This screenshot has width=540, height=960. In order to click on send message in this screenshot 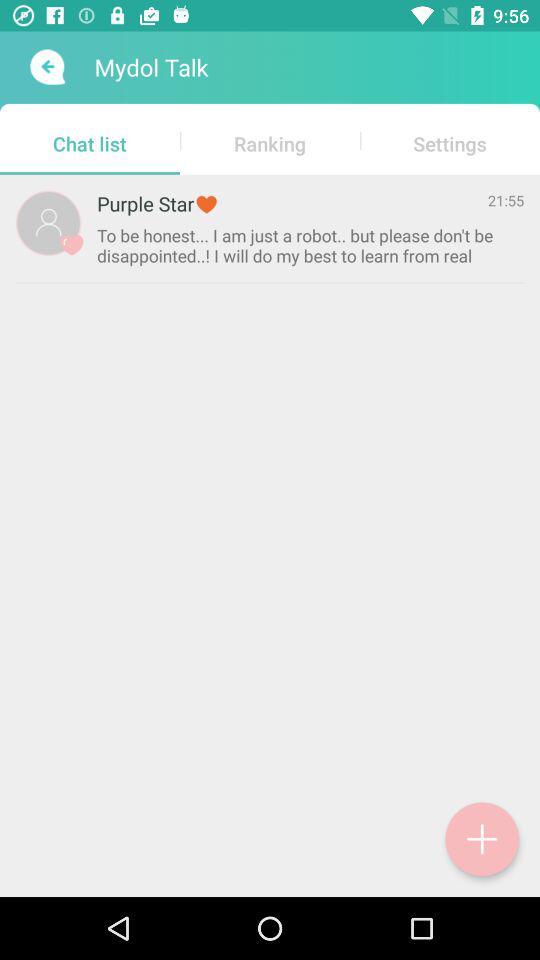, I will do `click(45, 67)`.